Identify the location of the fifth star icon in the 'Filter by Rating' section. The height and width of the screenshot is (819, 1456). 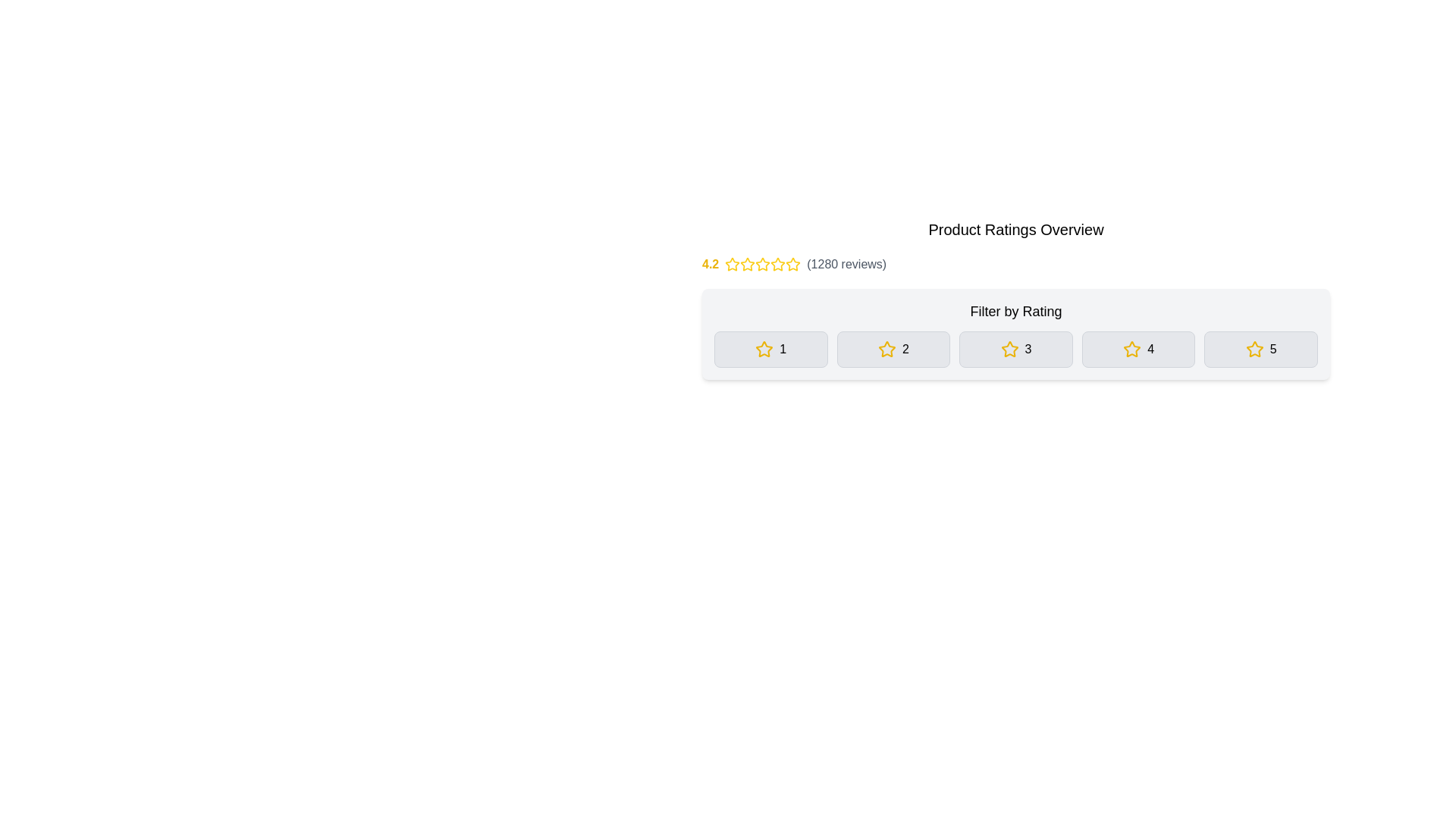
(1254, 349).